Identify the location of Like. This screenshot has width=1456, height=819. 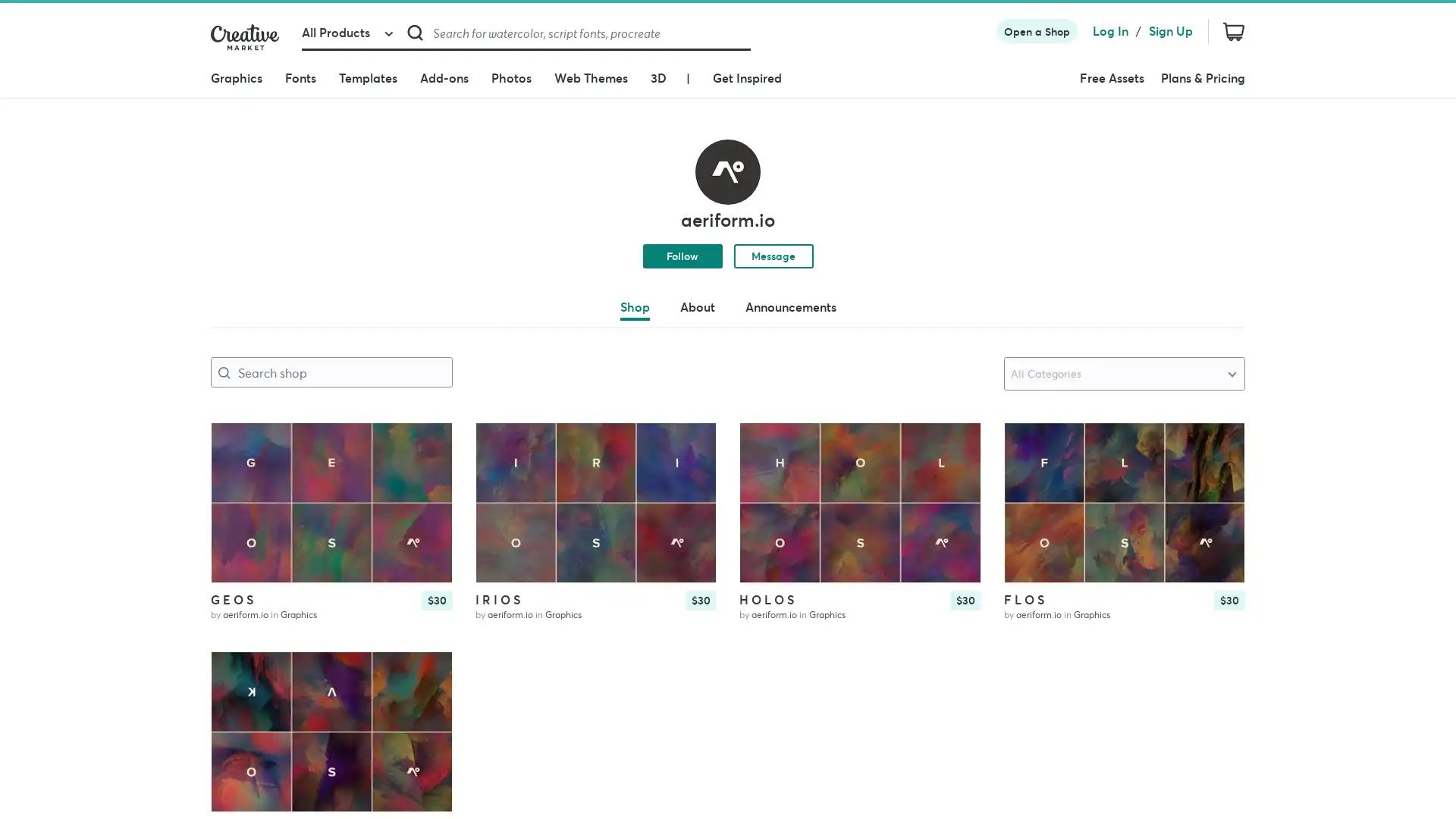
(426, 674).